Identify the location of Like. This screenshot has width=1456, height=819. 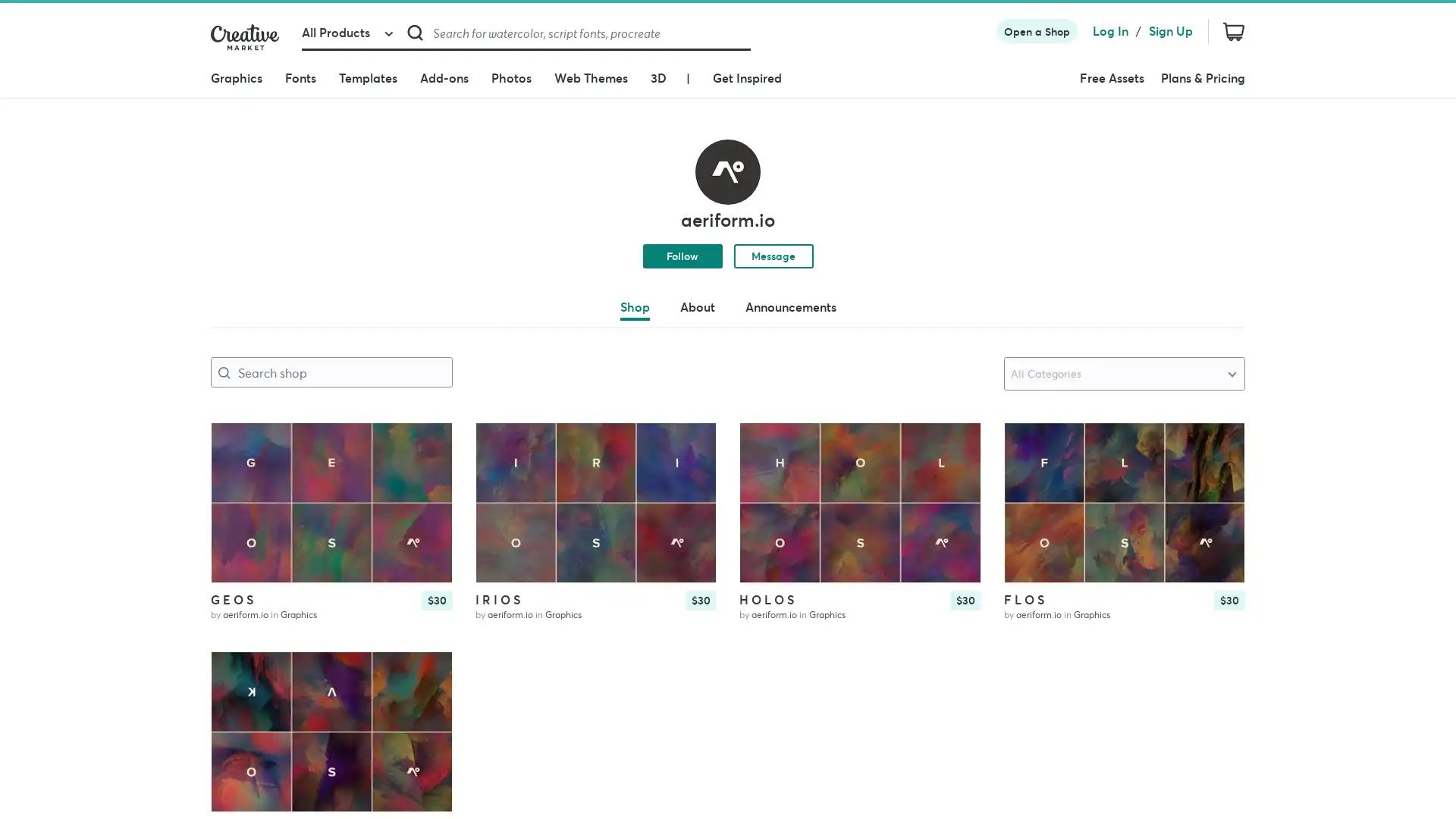
(426, 674).